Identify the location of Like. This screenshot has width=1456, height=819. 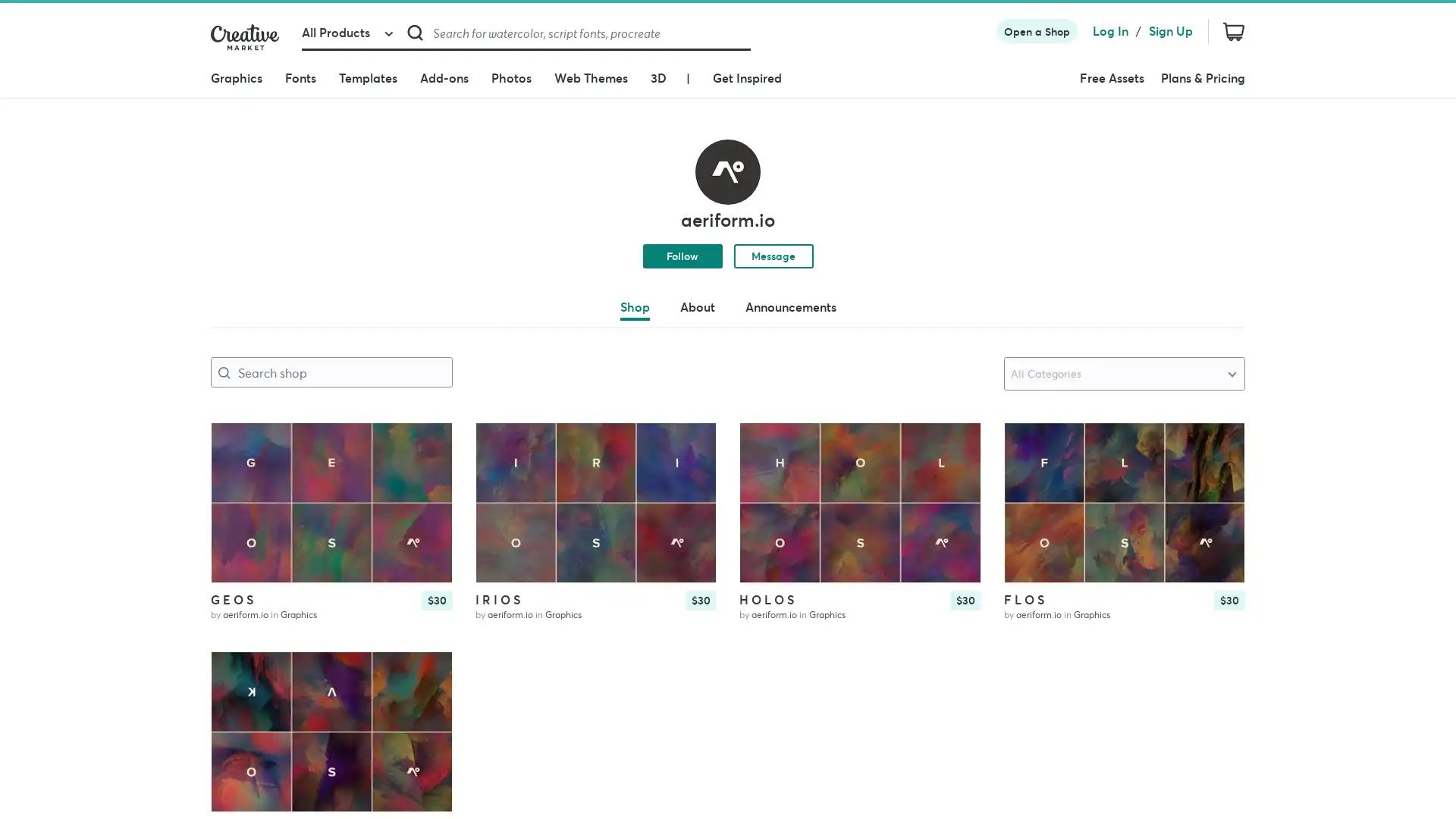
(426, 674).